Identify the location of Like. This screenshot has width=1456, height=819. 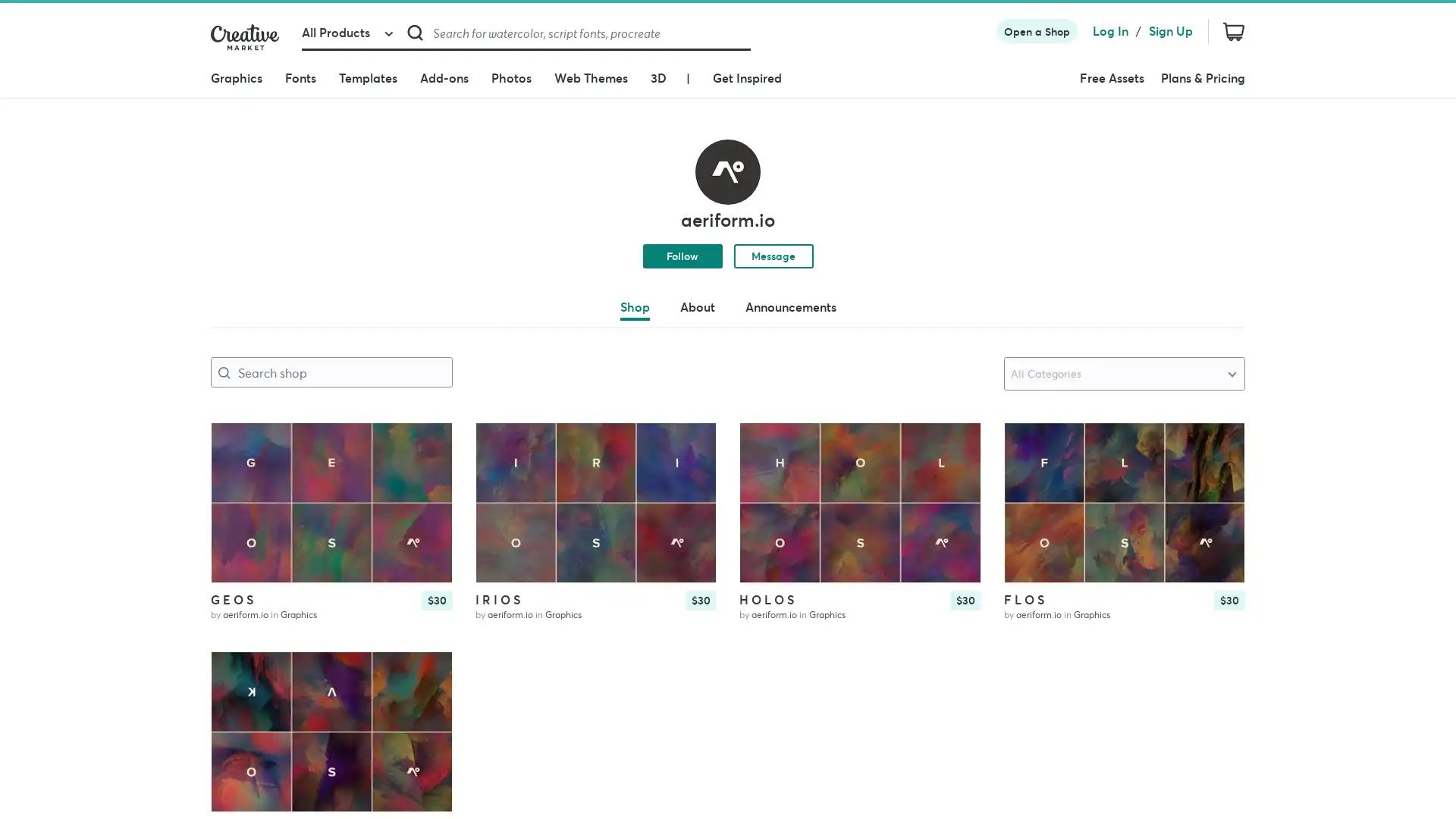
(426, 674).